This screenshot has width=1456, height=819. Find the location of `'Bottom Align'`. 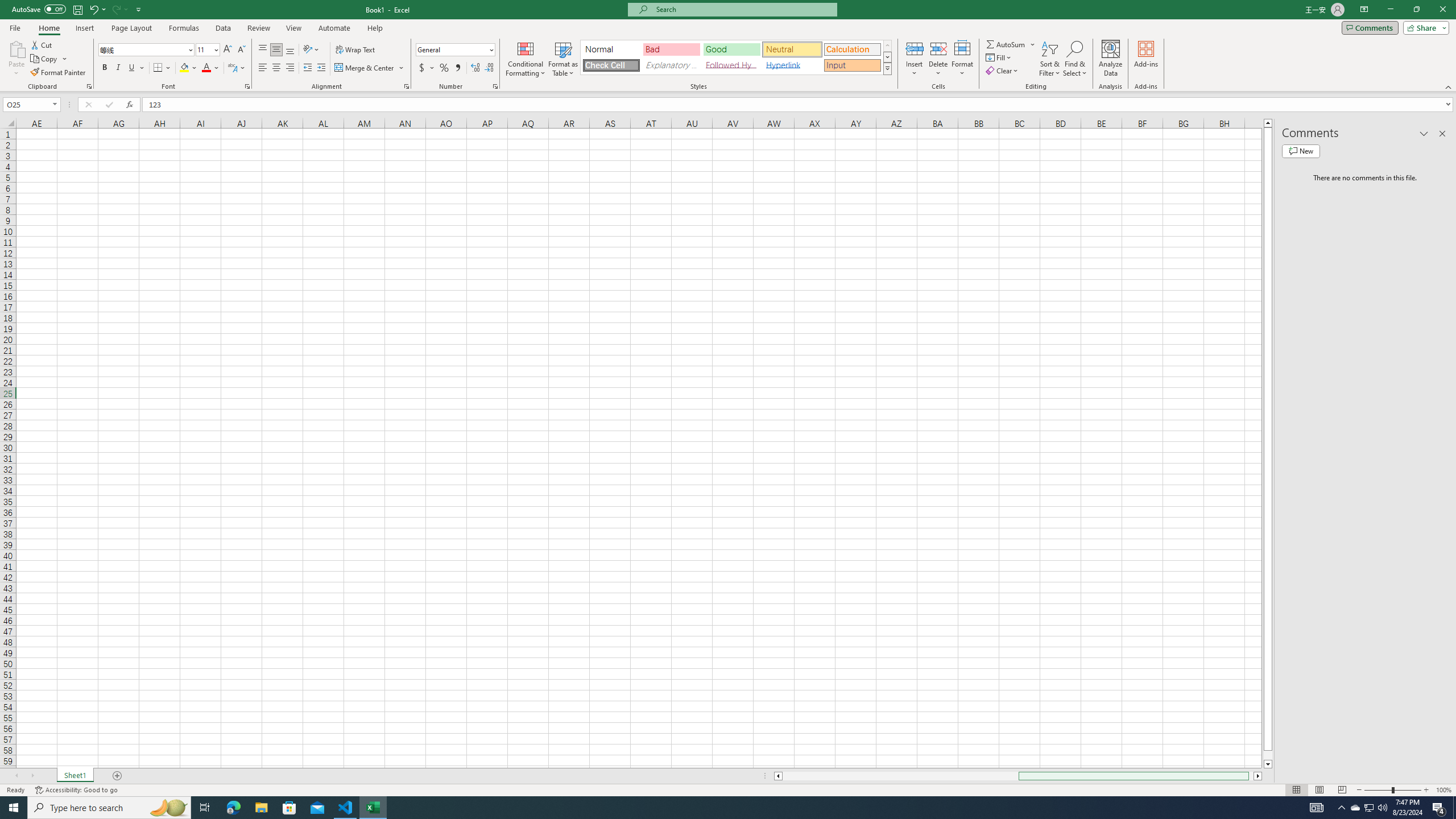

'Bottom Align' is located at coordinates (289, 49).